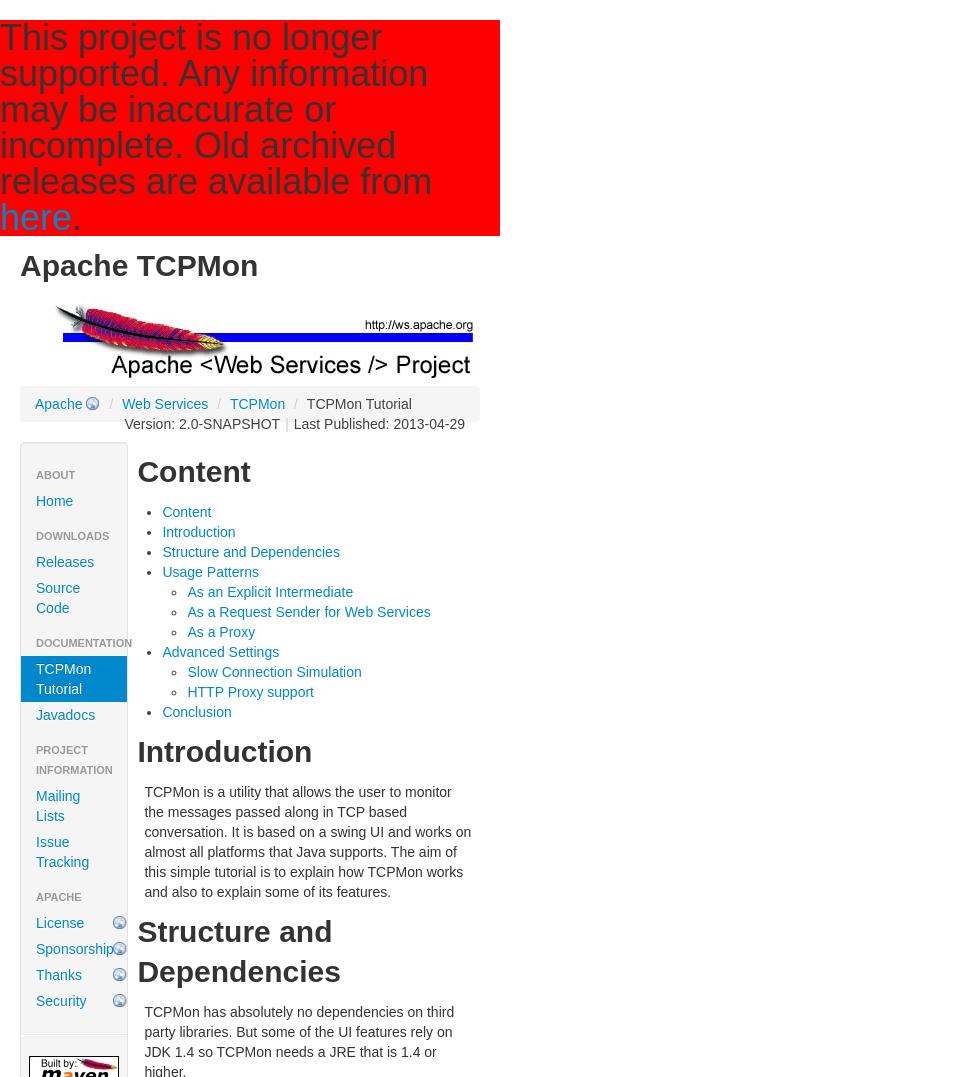  I want to click on 'As a Request Sender for Web Services', so click(186, 610).